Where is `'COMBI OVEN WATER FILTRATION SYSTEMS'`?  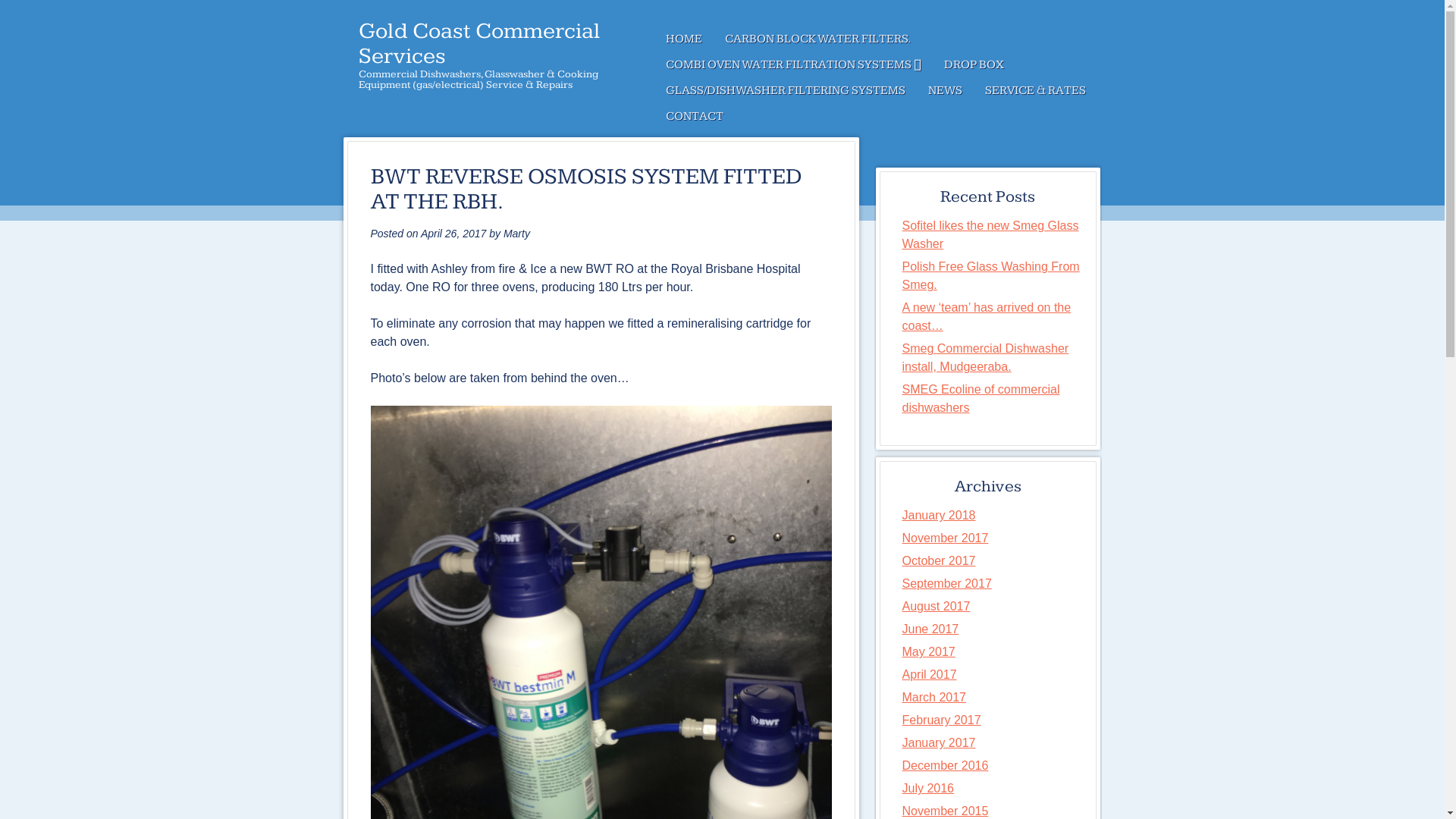 'COMBI OVEN WATER FILTRATION SYSTEMS' is located at coordinates (654, 64).